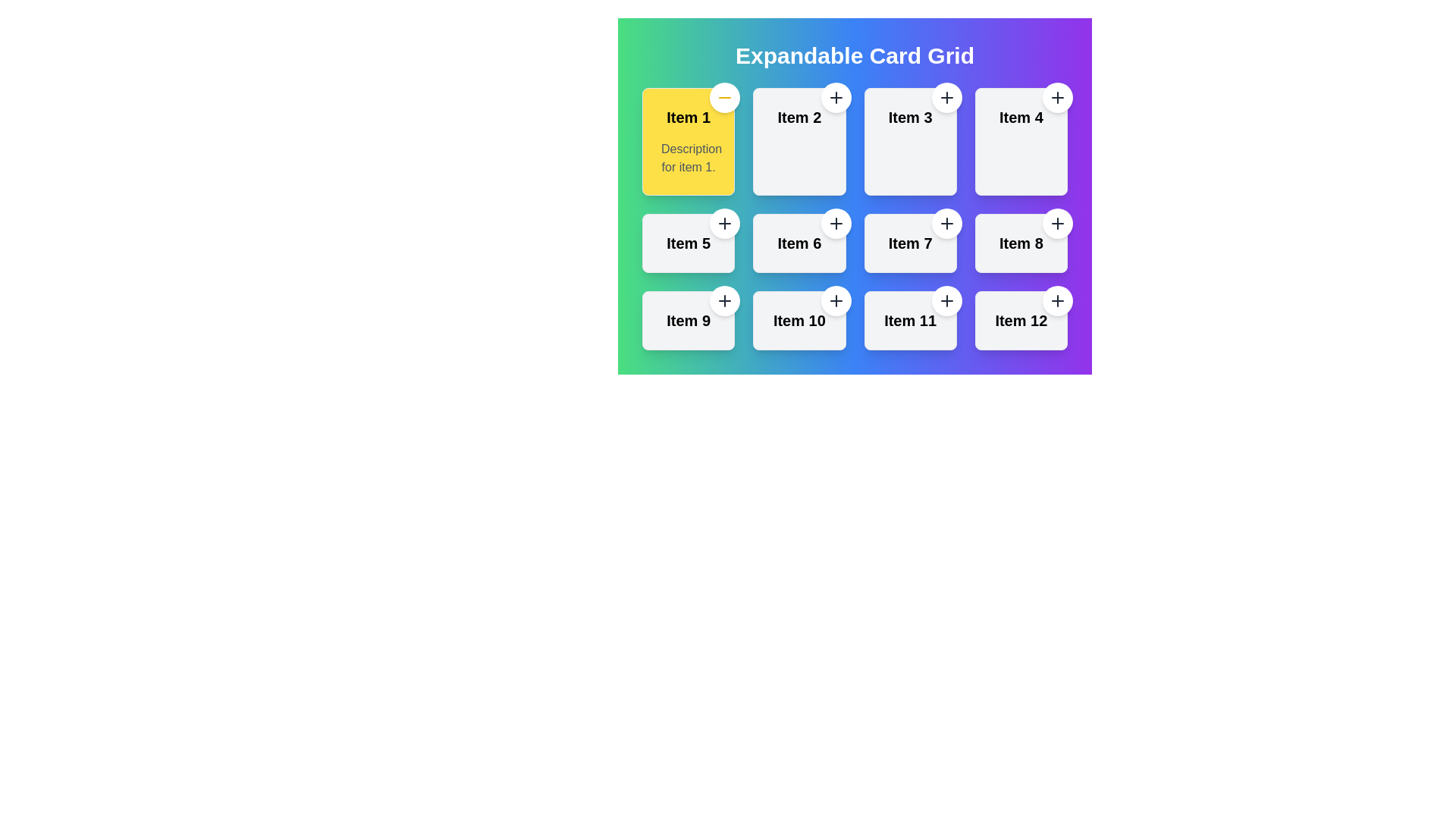  Describe the element at coordinates (855, 55) in the screenshot. I see `the large text heading 'Expandable Card Grid' which is styled in bold white font against a vibrant gradient background` at that location.